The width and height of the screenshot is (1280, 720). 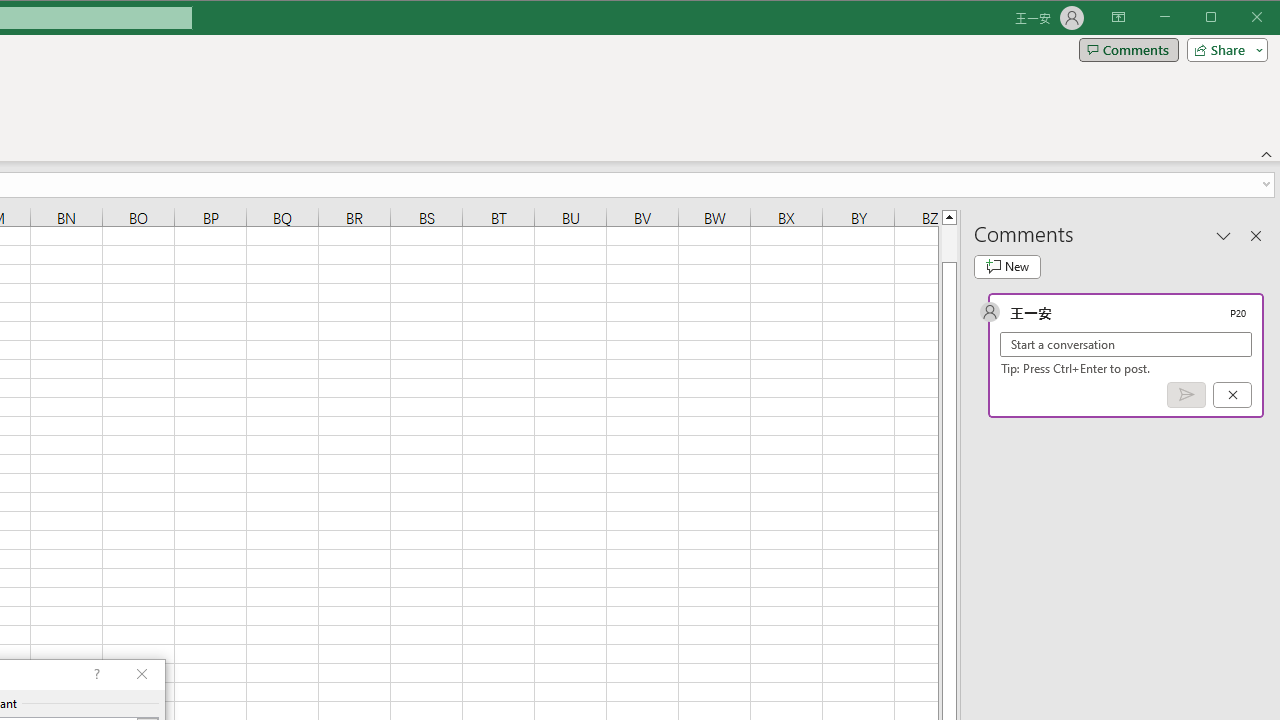 What do you see at coordinates (1007, 266) in the screenshot?
I see `'New comment'` at bounding box center [1007, 266].